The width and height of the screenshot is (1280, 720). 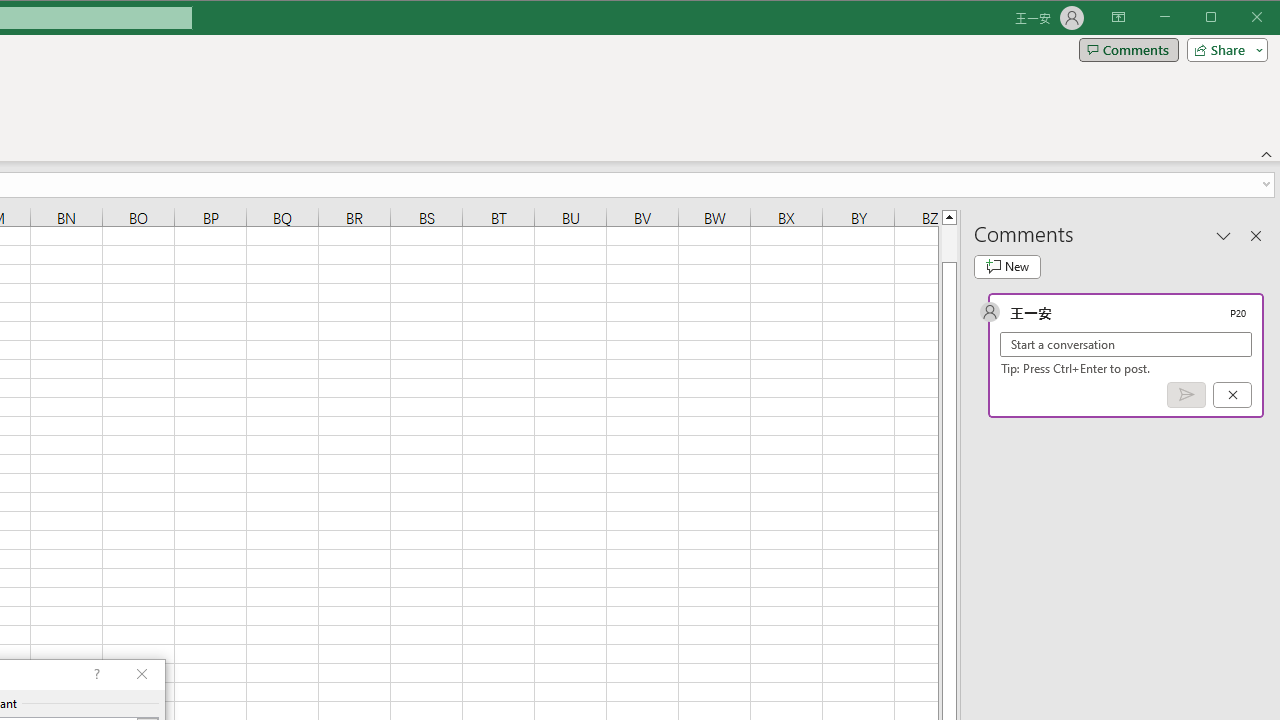 What do you see at coordinates (1007, 266) in the screenshot?
I see `'New comment'` at bounding box center [1007, 266].